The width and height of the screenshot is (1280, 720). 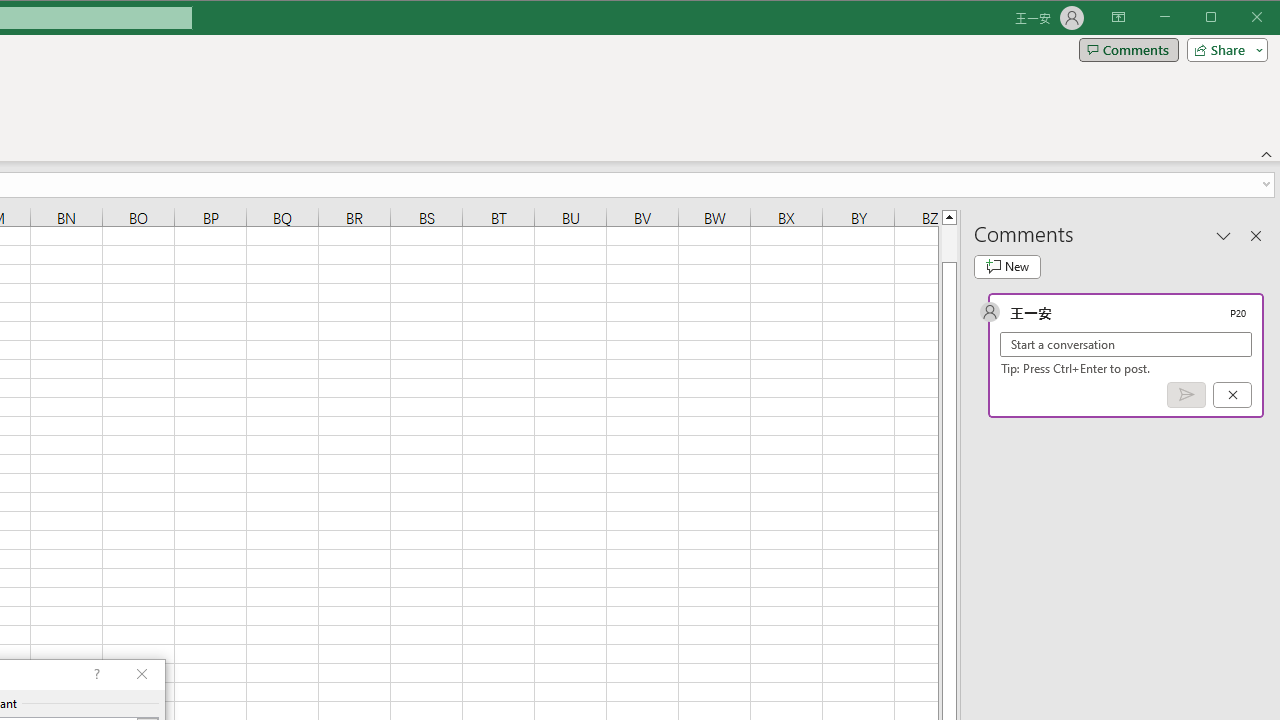 What do you see at coordinates (1007, 266) in the screenshot?
I see `'New comment'` at bounding box center [1007, 266].